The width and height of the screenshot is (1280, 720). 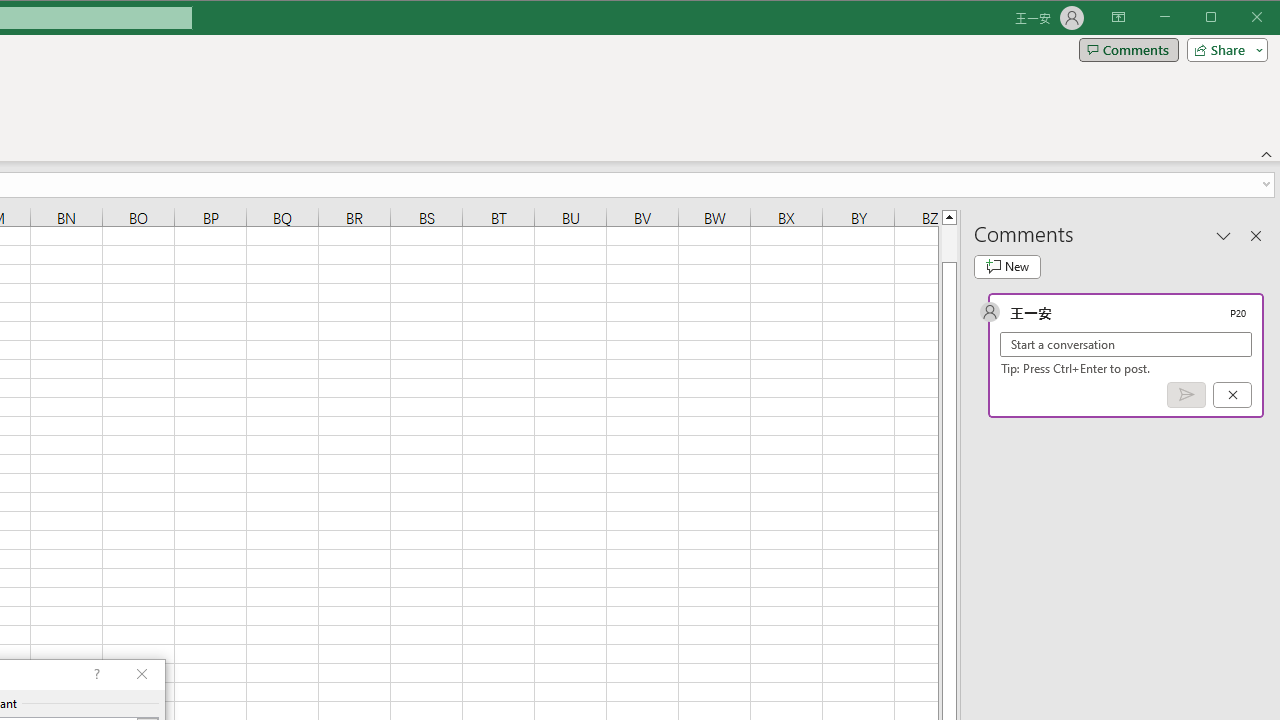 What do you see at coordinates (1007, 266) in the screenshot?
I see `'New comment'` at bounding box center [1007, 266].